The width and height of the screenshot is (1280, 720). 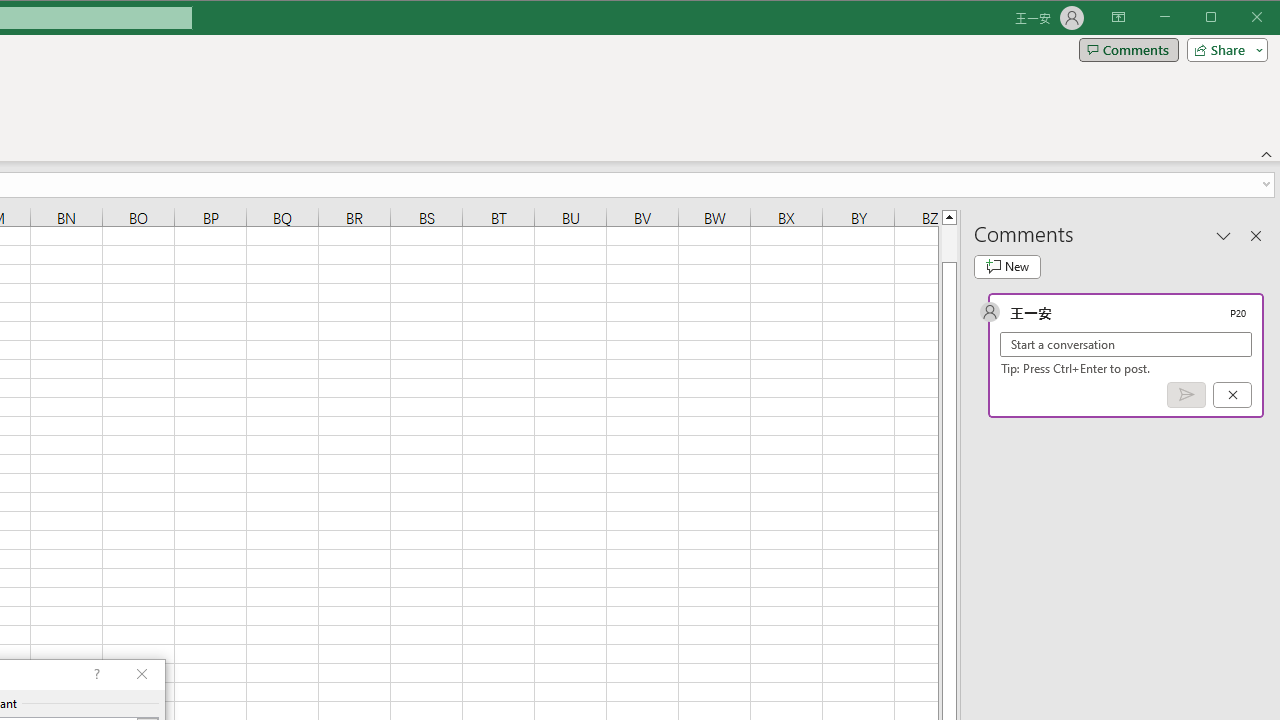 What do you see at coordinates (1007, 266) in the screenshot?
I see `'New comment'` at bounding box center [1007, 266].